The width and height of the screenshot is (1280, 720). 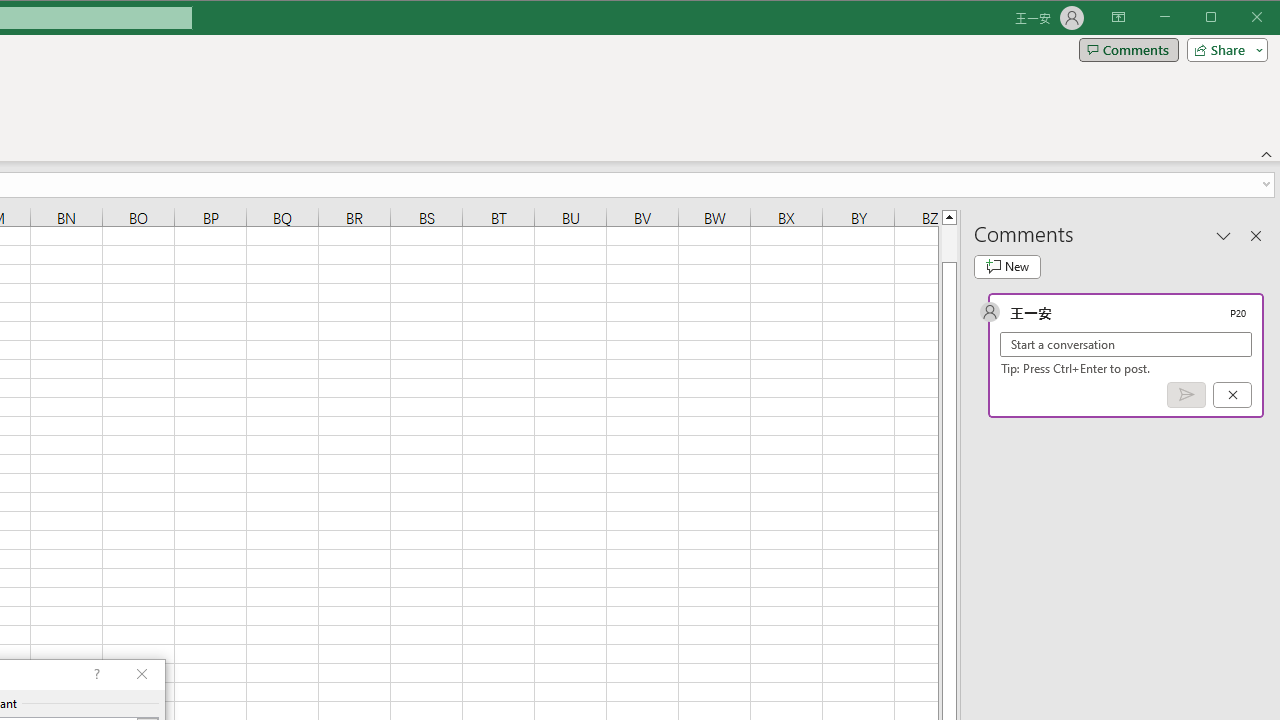 What do you see at coordinates (1007, 266) in the screenshot?
I see `'New comment'` at bounding box center [1007, 266].